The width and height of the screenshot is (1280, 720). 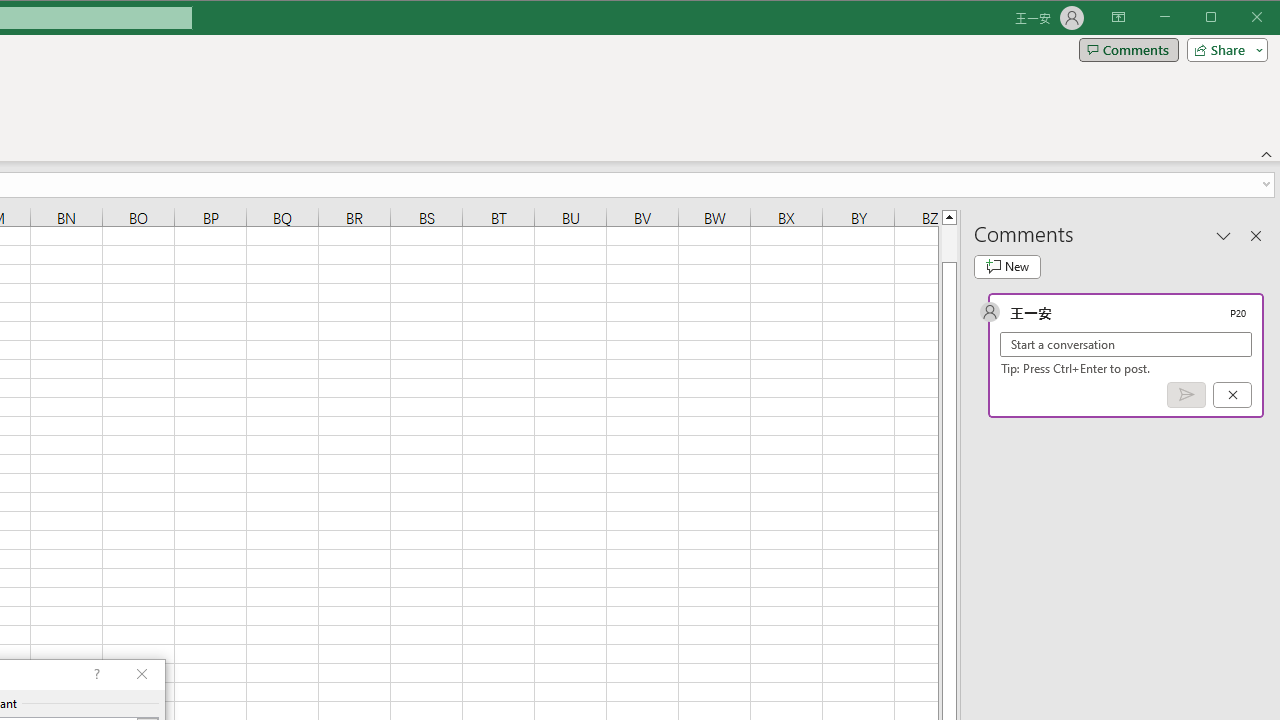 What do you see at coordinates (1007, 266) in the screenshot?
I see `'New comment'` at bounding box center [1007, 266].